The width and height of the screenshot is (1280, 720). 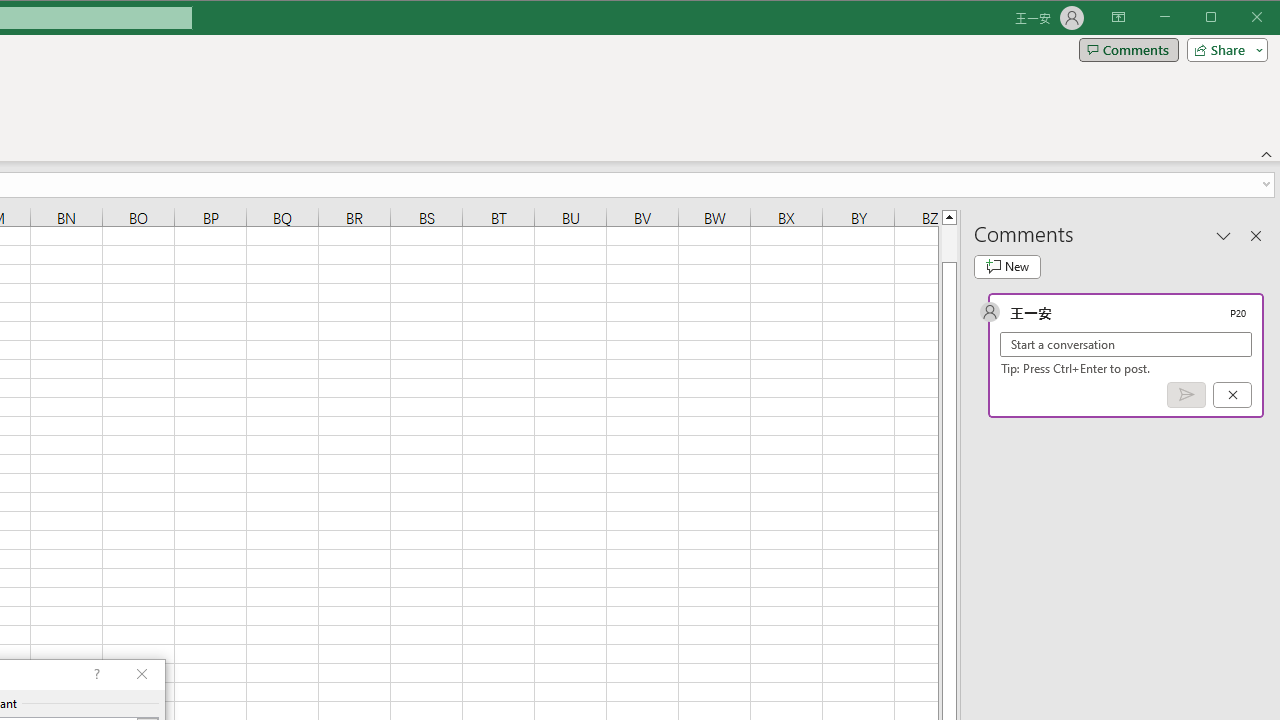 What do you see at coordinates (1007, 266) in the screenshot?
I see `'New comment'` at bounding box center [1007, 266].